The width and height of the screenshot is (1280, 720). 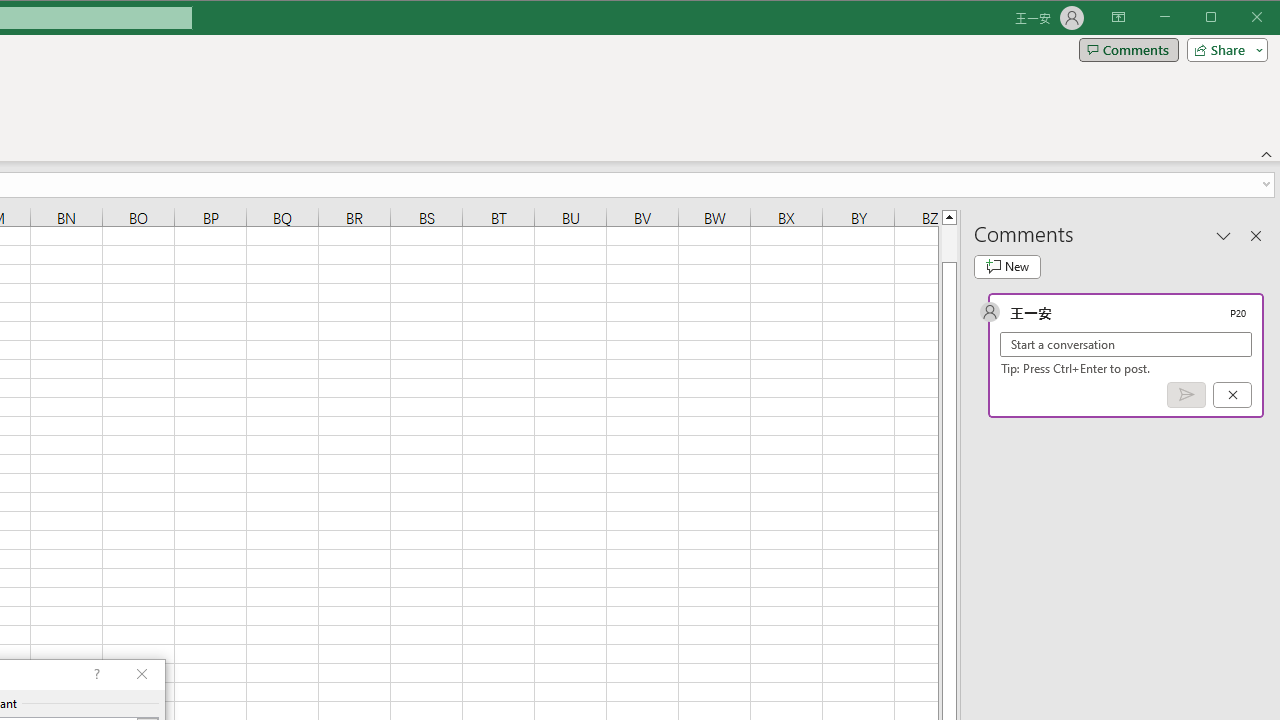 What do you see at coordinates (1007, 266) in the screenshot?
I see `'New comment'` at bounding box center [1007, 266].